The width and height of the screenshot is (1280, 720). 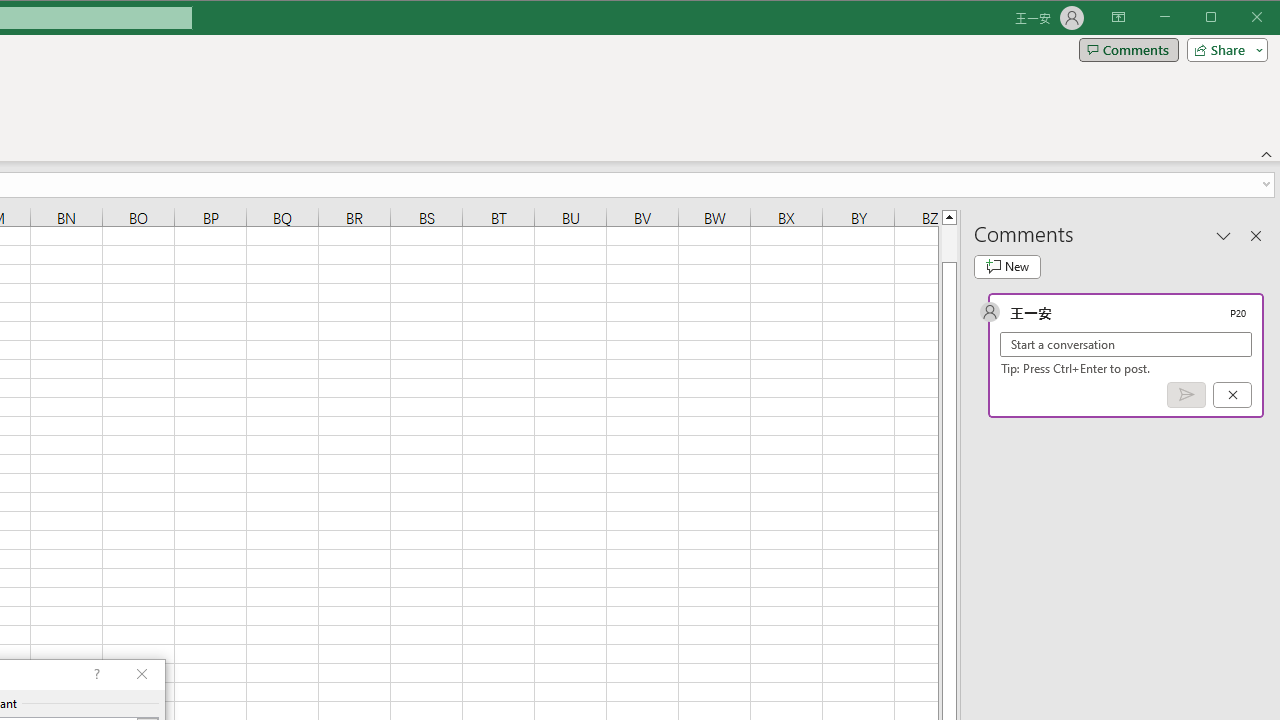 What do you see at coordinates (1007, 266) in the screenshot?
I see `'New comment'` at bounding box center [1007, 266].